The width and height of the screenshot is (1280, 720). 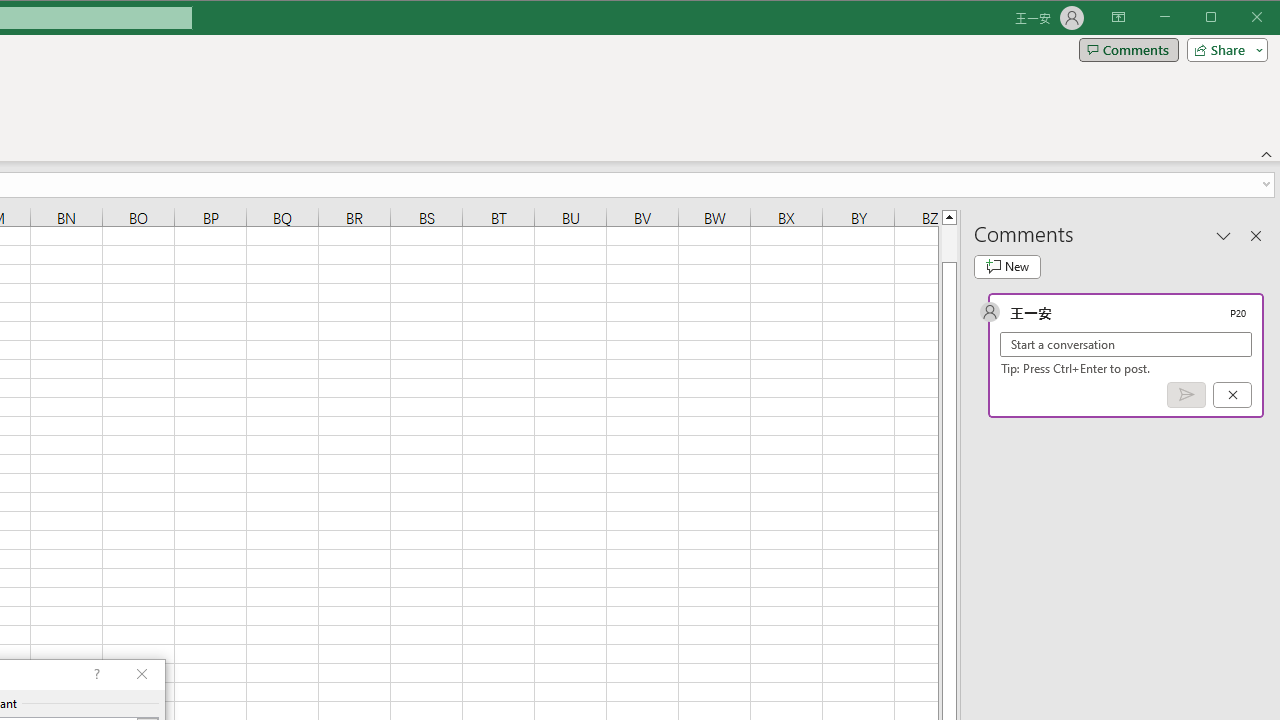 What do you see at coordinates (1007, 266) in the screenshot?
I see `'New comment'` at bounding box center [1007, 266].